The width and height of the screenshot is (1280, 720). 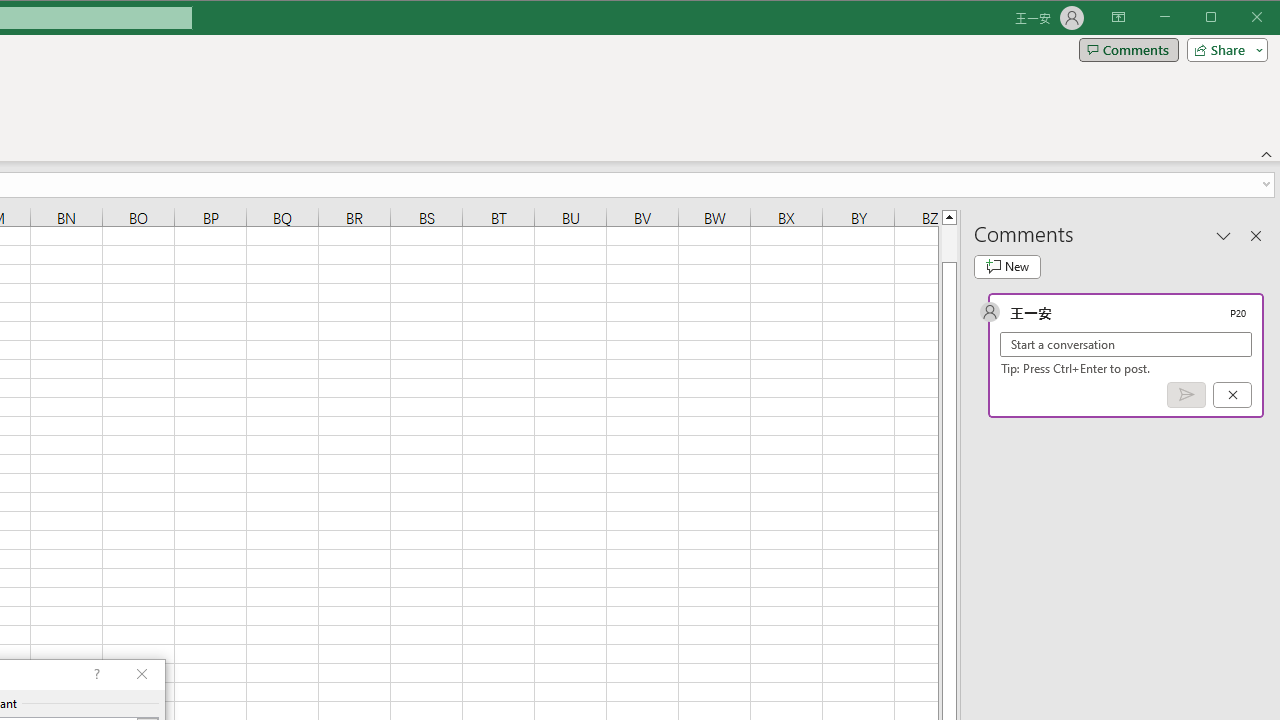 What do you see at coordinates (1007, 266) in the screenshot?
I see `'New comment'` at bounding box center [1007, 266].